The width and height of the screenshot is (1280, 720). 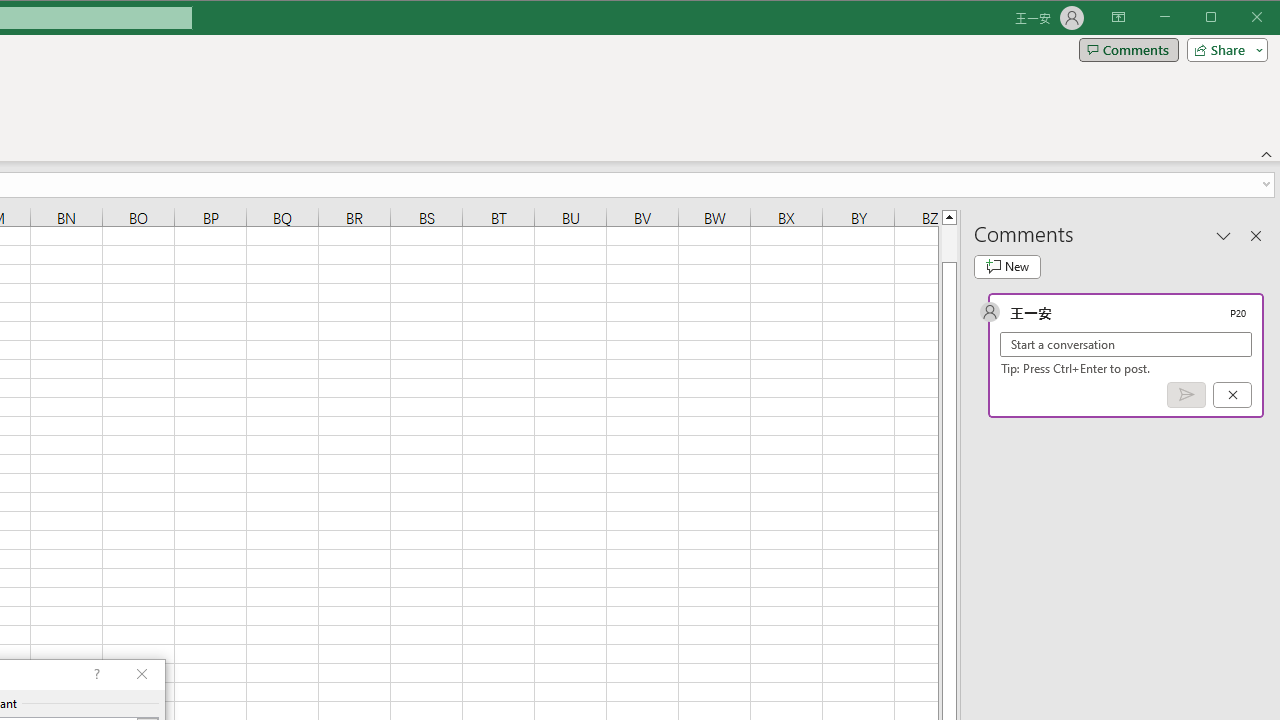 What do you see at coordinates (1007, 266) in the screenshot?
I see `'New comment'` at bounding box center [1007, 266].